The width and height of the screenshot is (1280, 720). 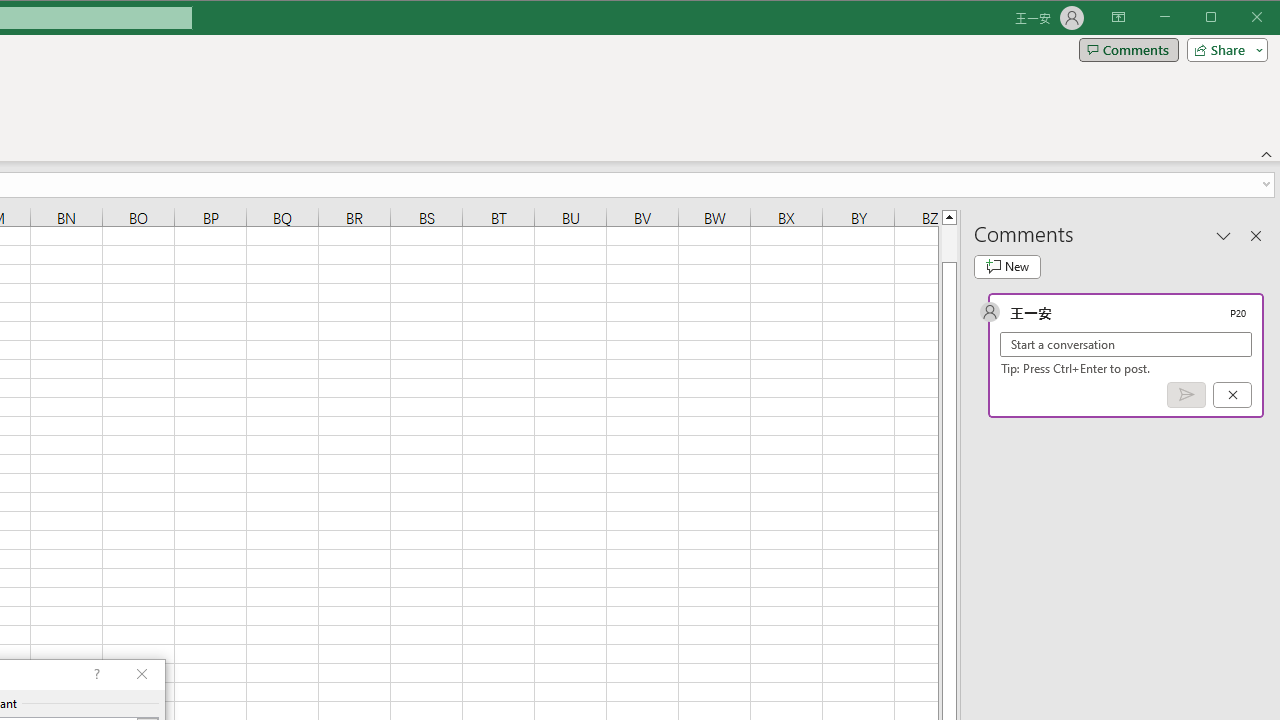 What do you see at coordinates (1007, 266) in the screenshot?
I see `'New comment'` at bounding box center [1007, 266].